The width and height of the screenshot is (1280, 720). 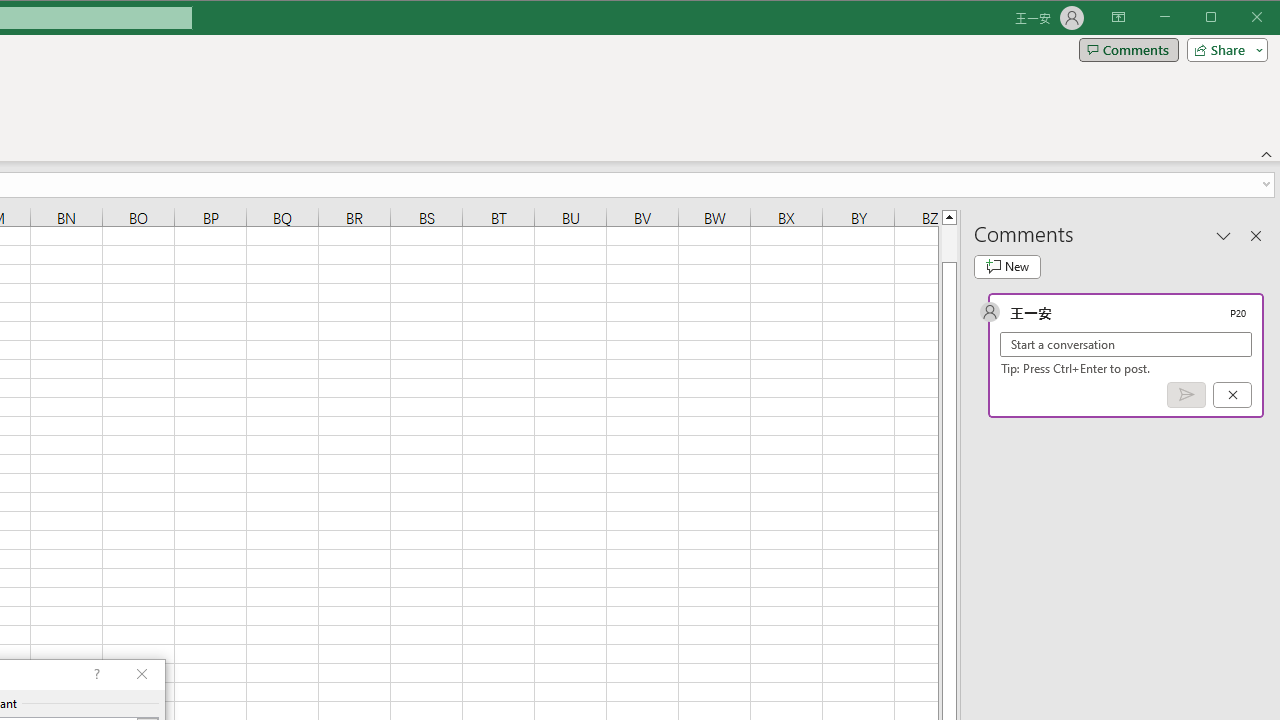 What do you see at coordinates (1007, 266) in the screenshot?
I see `'New comment'` at bounding box center [1007, 266].